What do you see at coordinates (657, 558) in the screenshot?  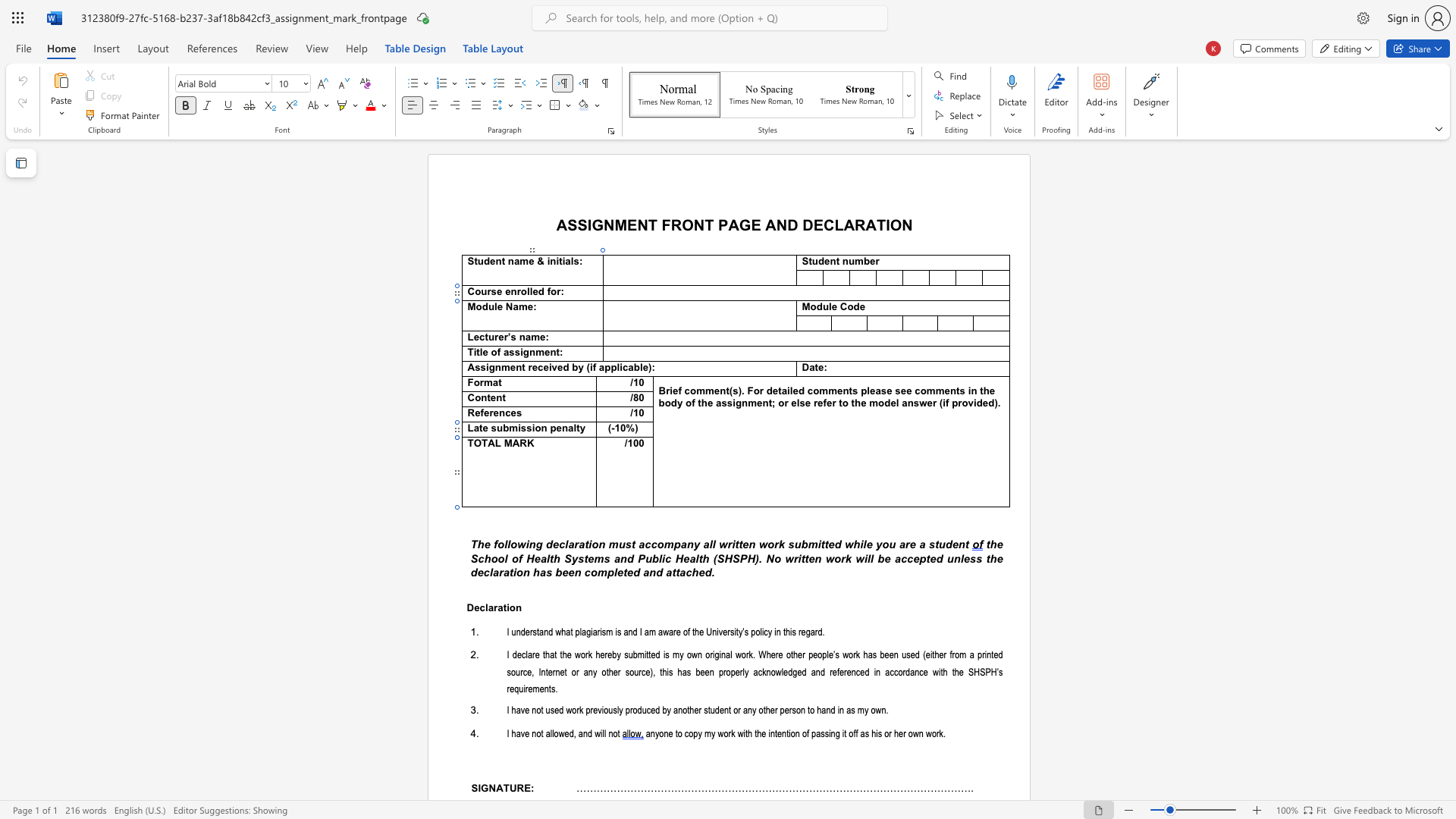 I see `the space between the continuous character "b" and "l" in the text` at bounding box center [657, 558].